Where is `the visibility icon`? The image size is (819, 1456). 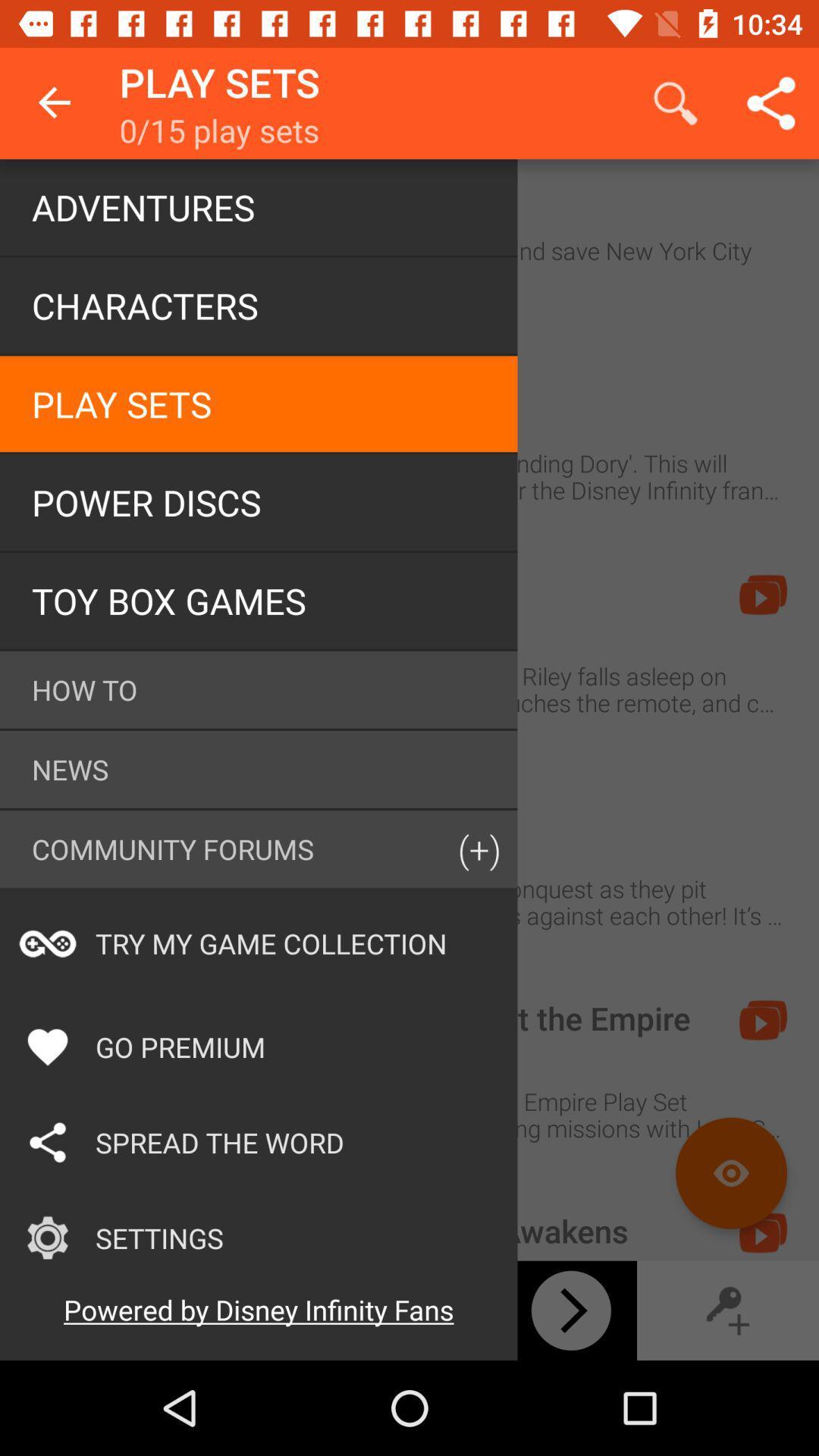 the visibility icon is located at coordinates (730, 1172).